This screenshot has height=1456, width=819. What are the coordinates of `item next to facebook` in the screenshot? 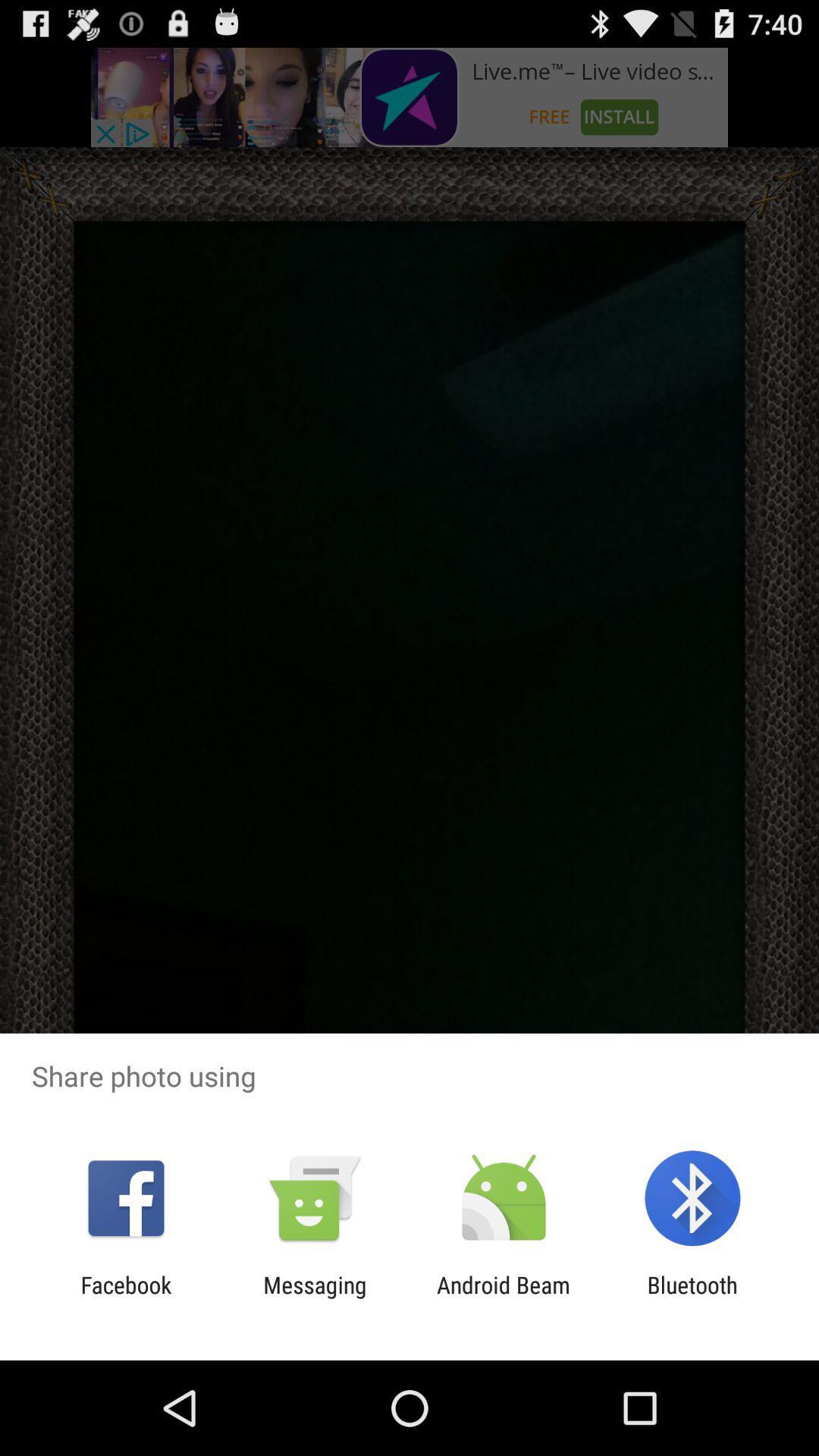 It's located at (314, 1298).